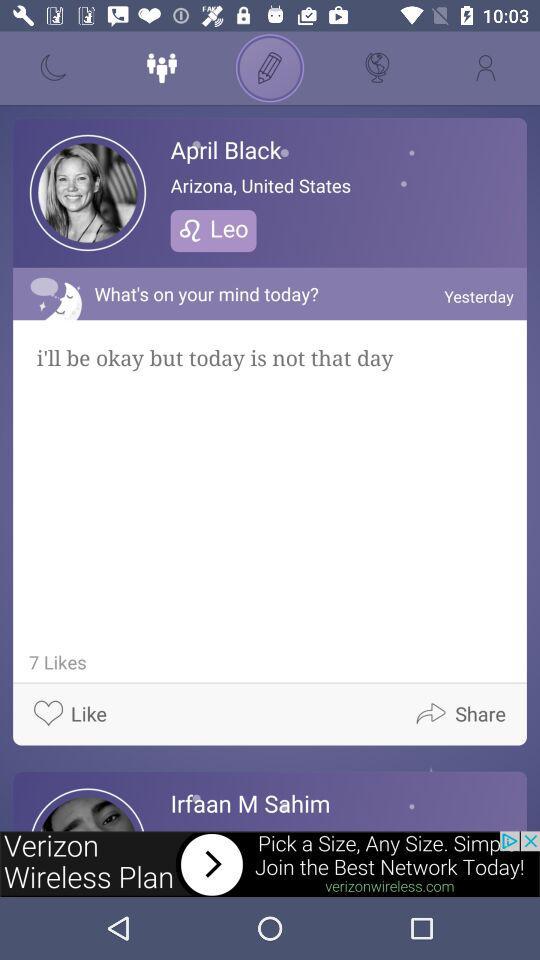 The width and height of the screenshot is (540, 960). Describe the element at coordinates (250, 803) in the screenshot. I see `the text irfaan m sahim` at that location.